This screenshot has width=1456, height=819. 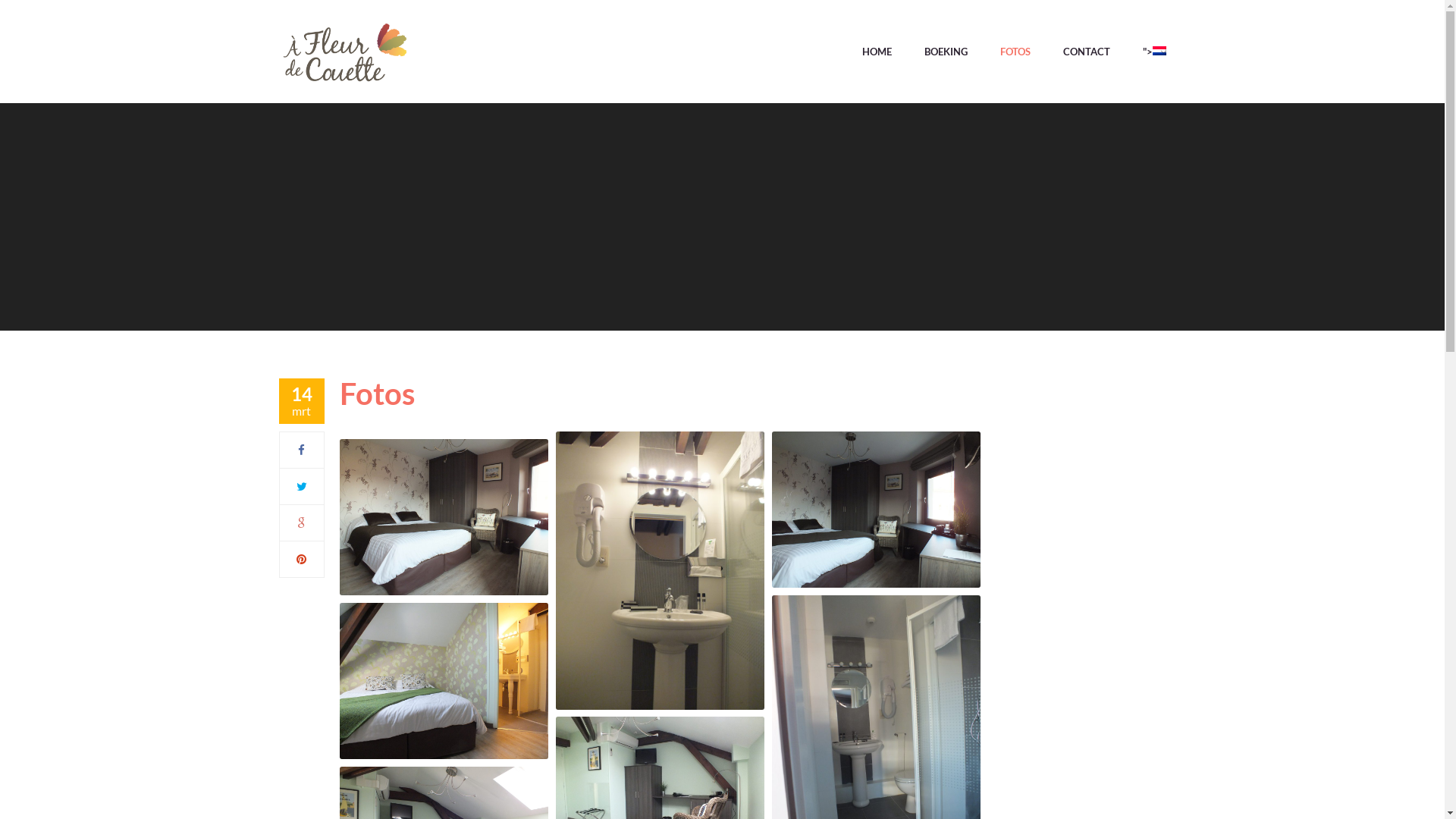 I want to click on 'afleurdecouette - ', so click(x=344, y=55).